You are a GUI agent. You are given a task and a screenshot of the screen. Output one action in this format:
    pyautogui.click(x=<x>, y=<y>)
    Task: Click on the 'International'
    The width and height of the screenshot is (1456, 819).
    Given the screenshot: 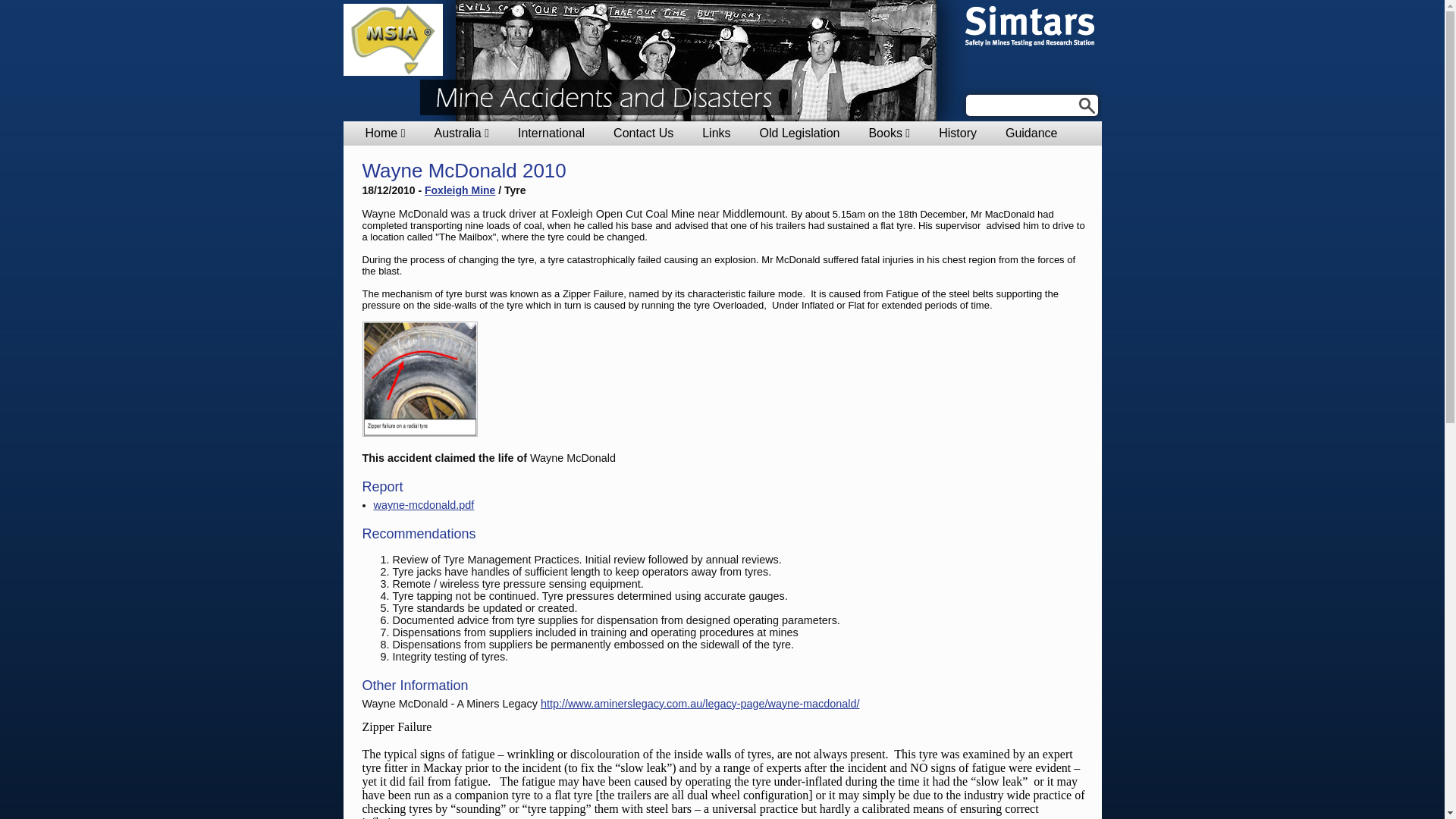 What is the action you would take?
    pyautogui.click(x=550, y=133)
    